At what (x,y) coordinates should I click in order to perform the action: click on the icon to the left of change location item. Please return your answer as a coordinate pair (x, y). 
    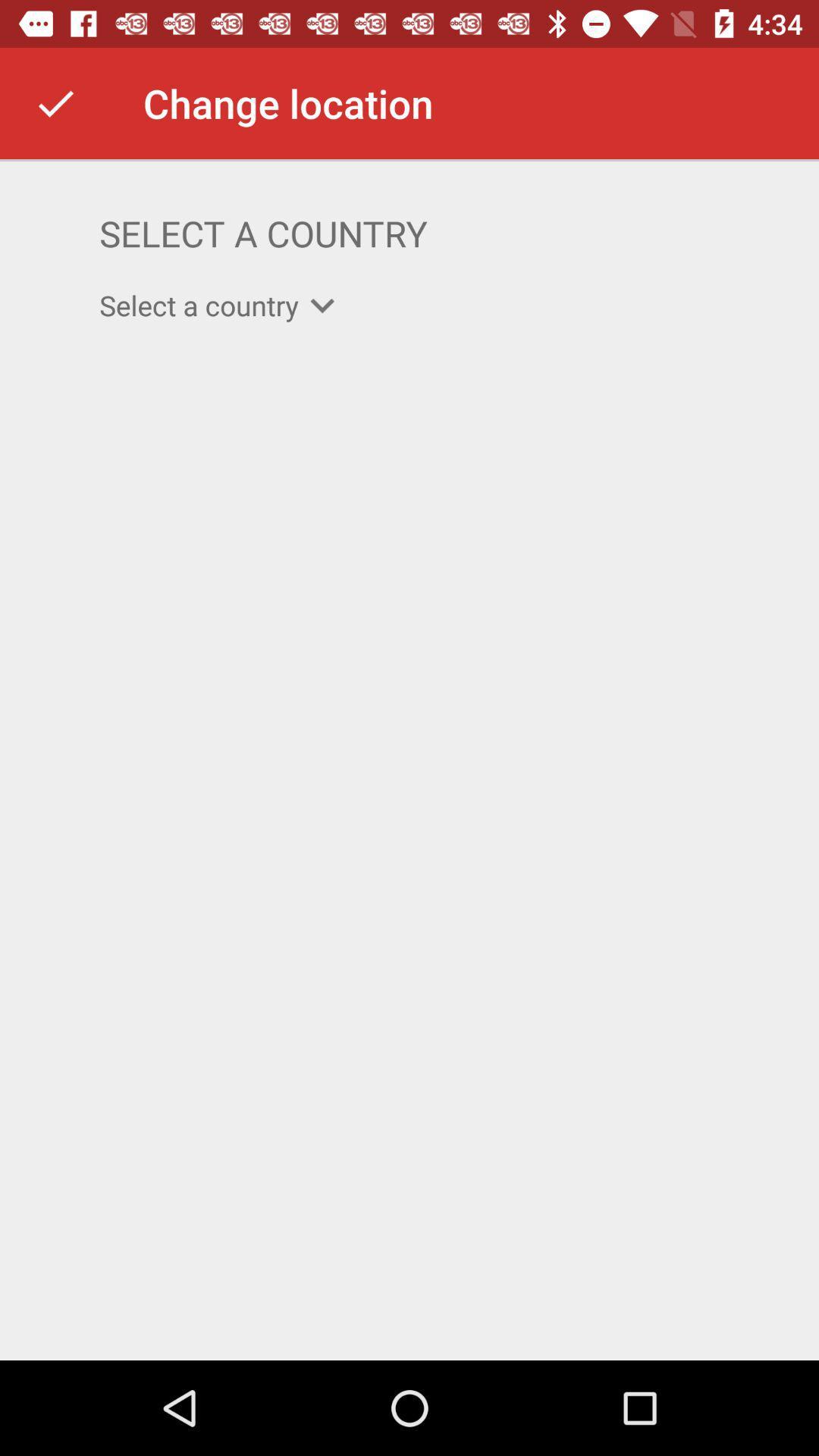
    Looking at the image, I should click on (55, 102).